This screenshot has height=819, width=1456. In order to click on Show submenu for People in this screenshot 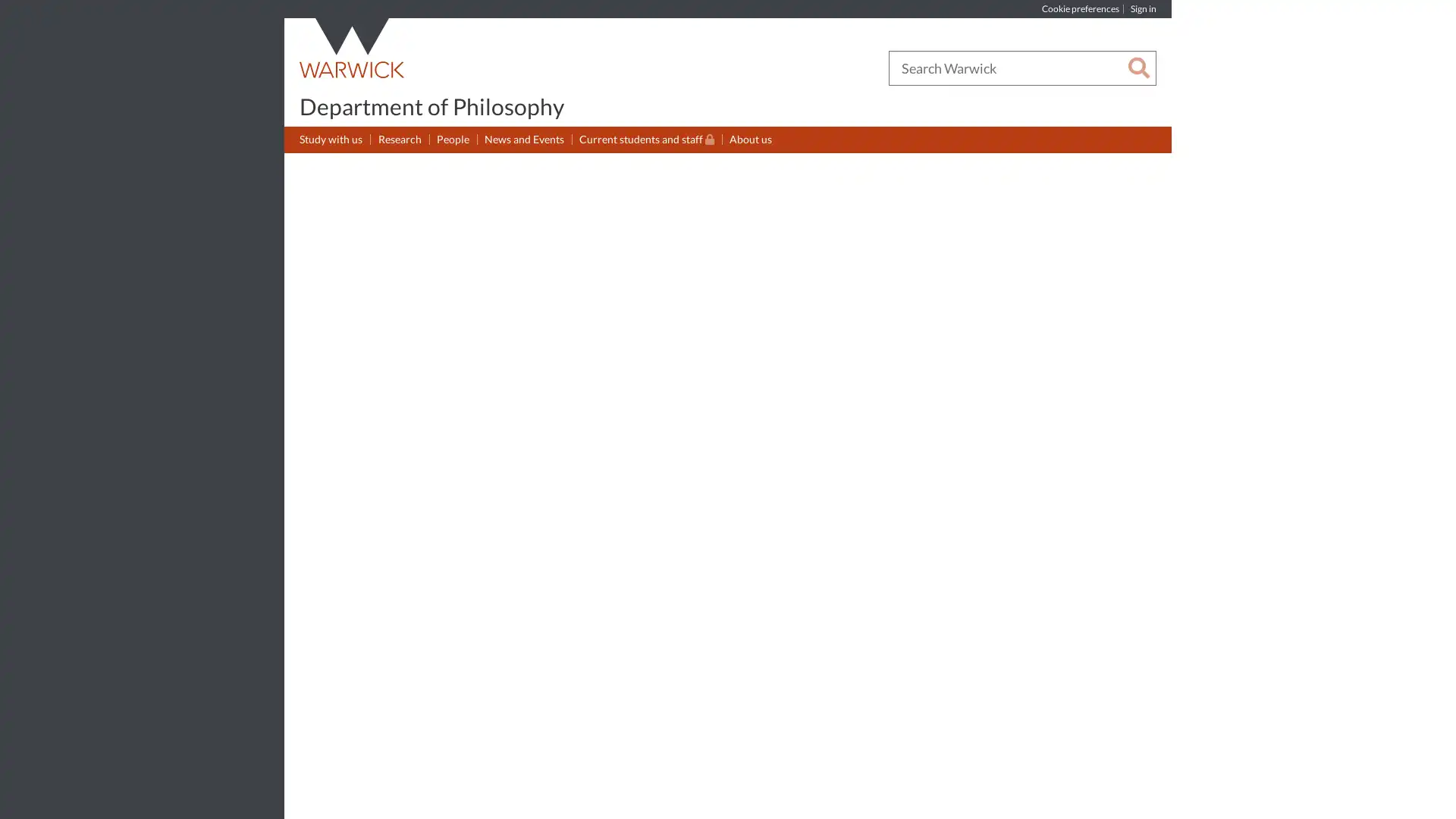, I will do `click(439, 130)`.